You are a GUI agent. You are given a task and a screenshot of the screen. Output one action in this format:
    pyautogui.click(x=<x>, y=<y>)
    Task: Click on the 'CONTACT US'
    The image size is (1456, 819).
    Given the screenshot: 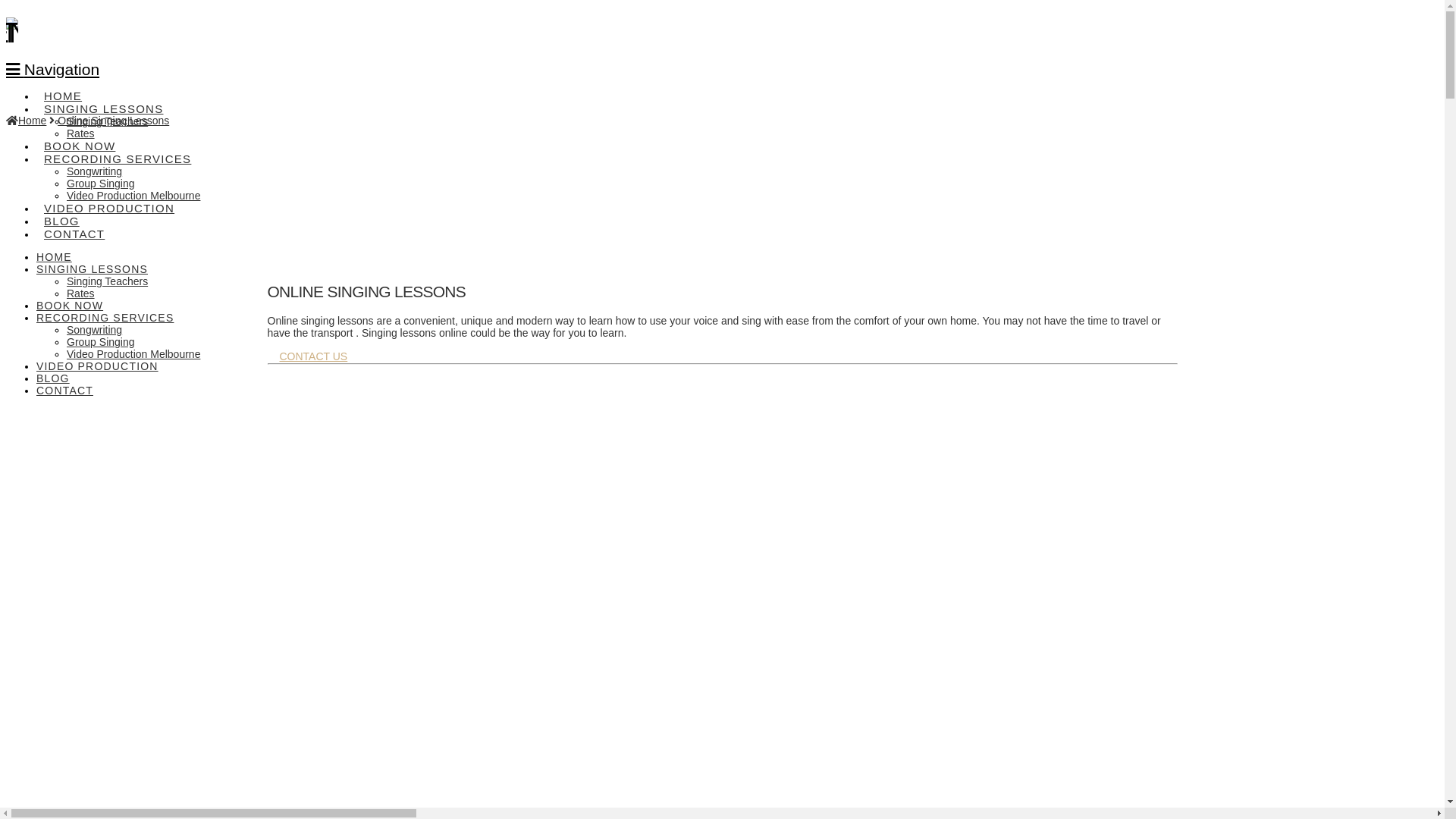 What is the action you would take?
    pyautogui.click(x=312, y=357)
    